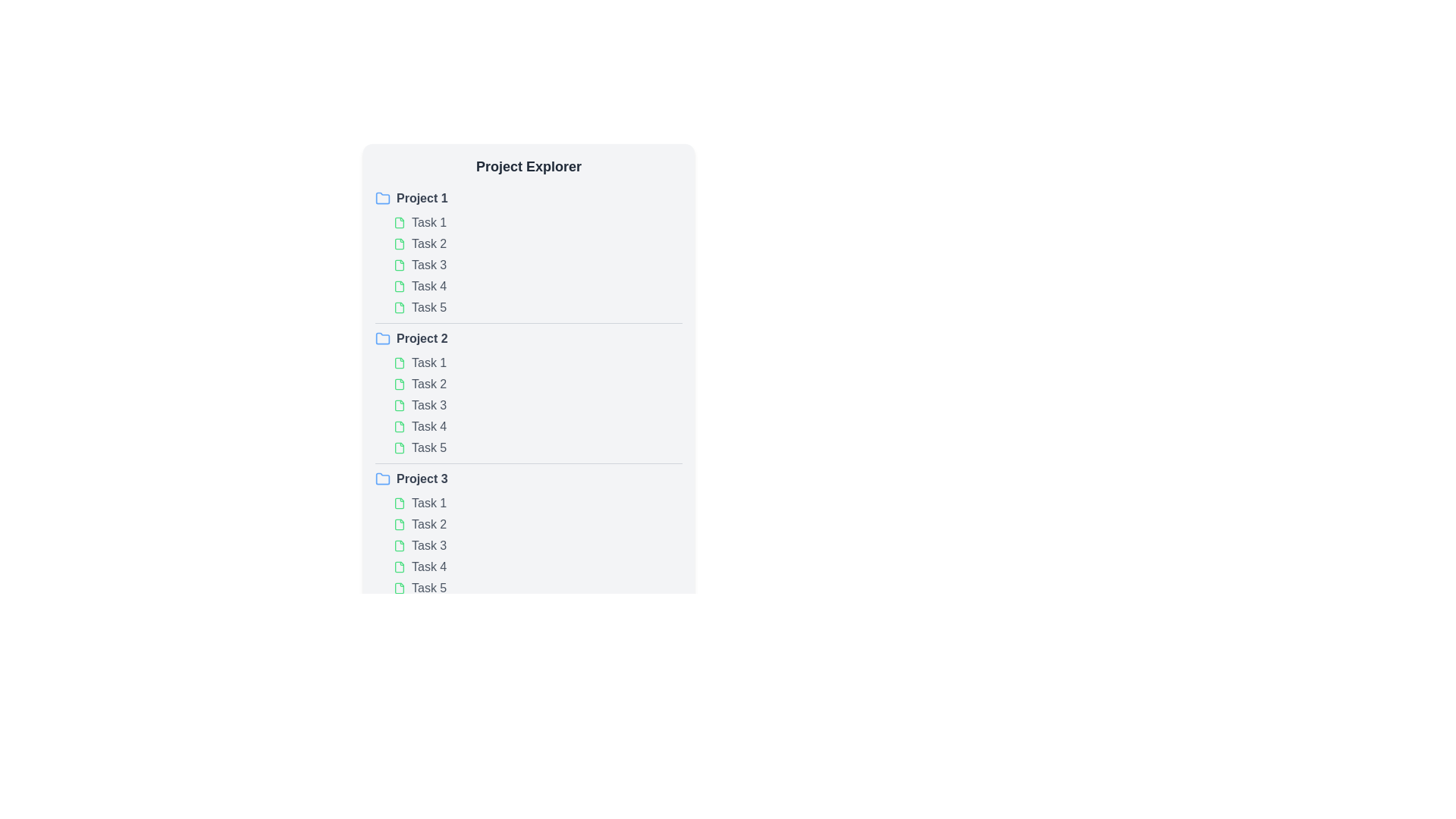 This screenshot has width=1456, height=819. I want to click on the document icon associated with 'Task 3' in the third project section of the project explorer to visually denote the linked resource, so click(400, 546).